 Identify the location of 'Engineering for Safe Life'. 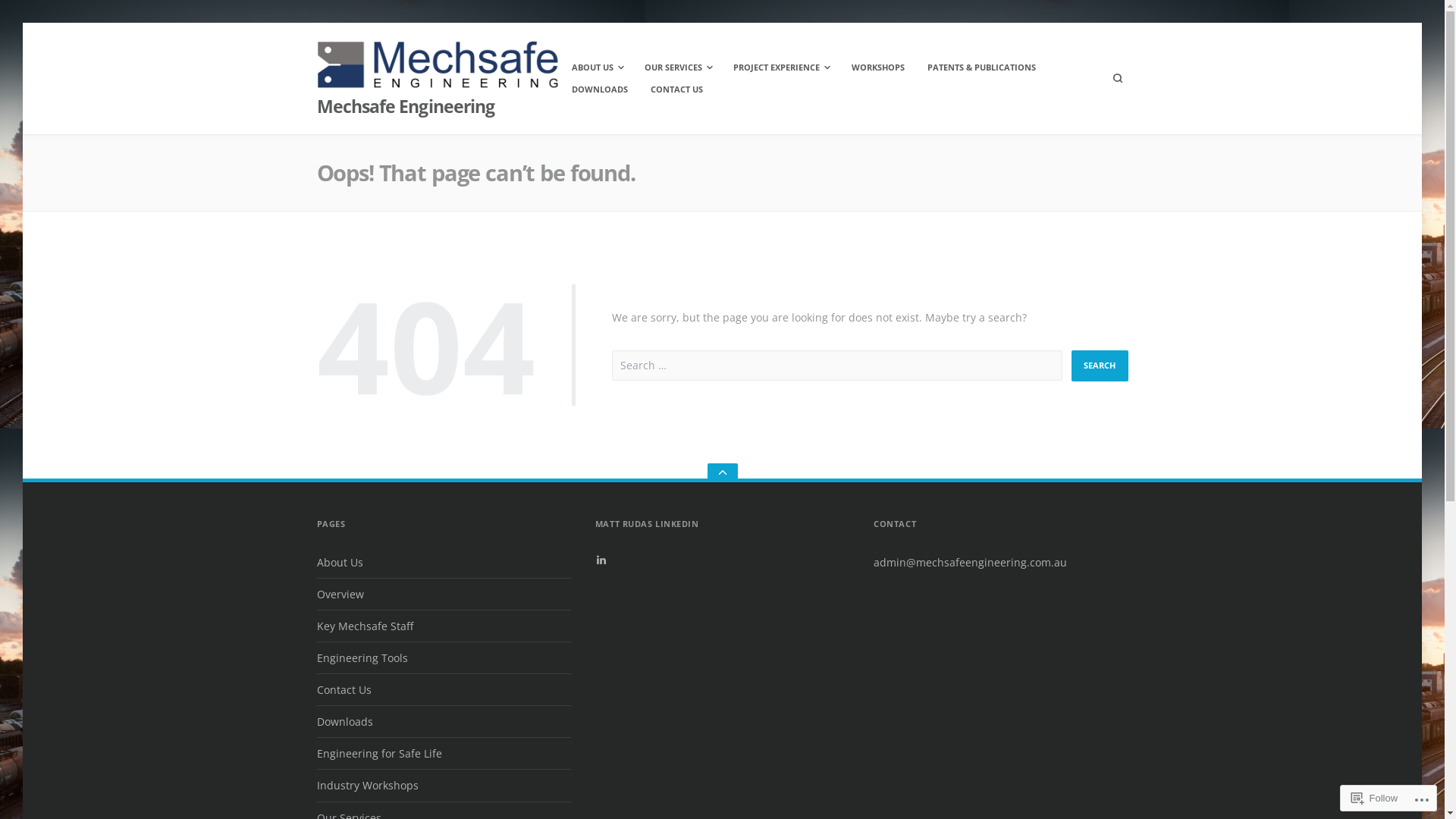
(379, 753).